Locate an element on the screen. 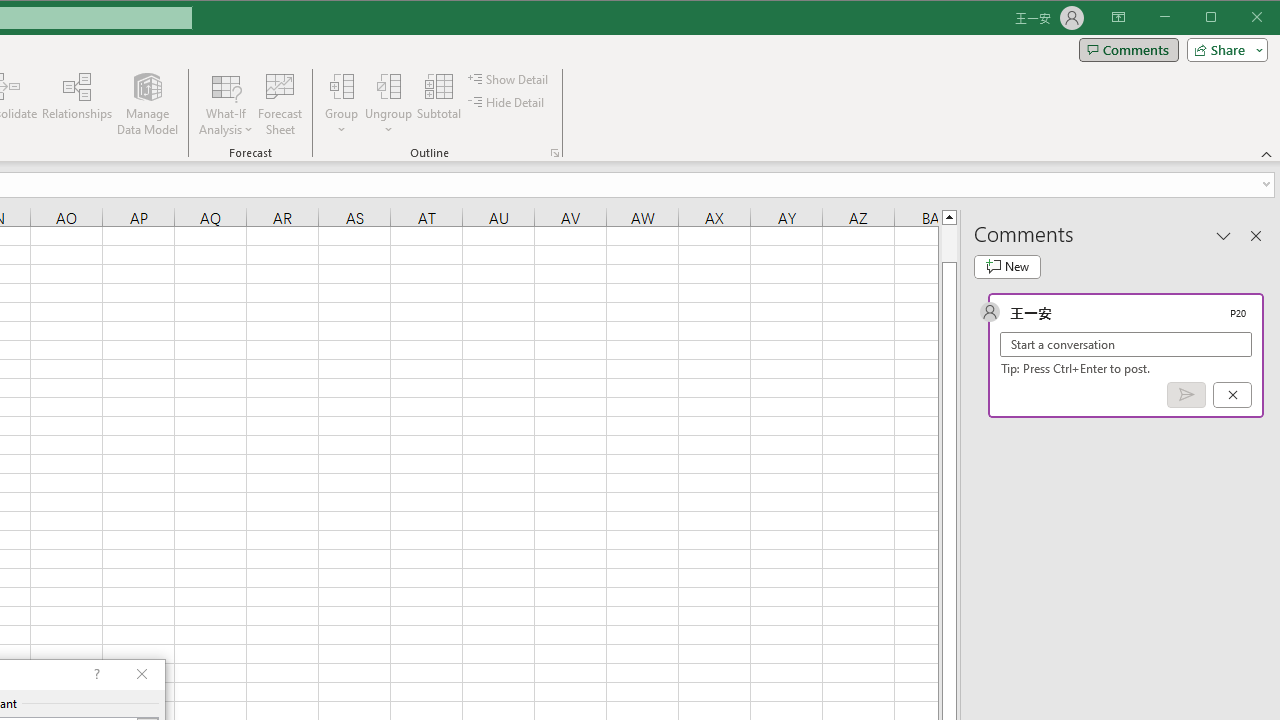  'Group...' is located at coordinates (342, 104).